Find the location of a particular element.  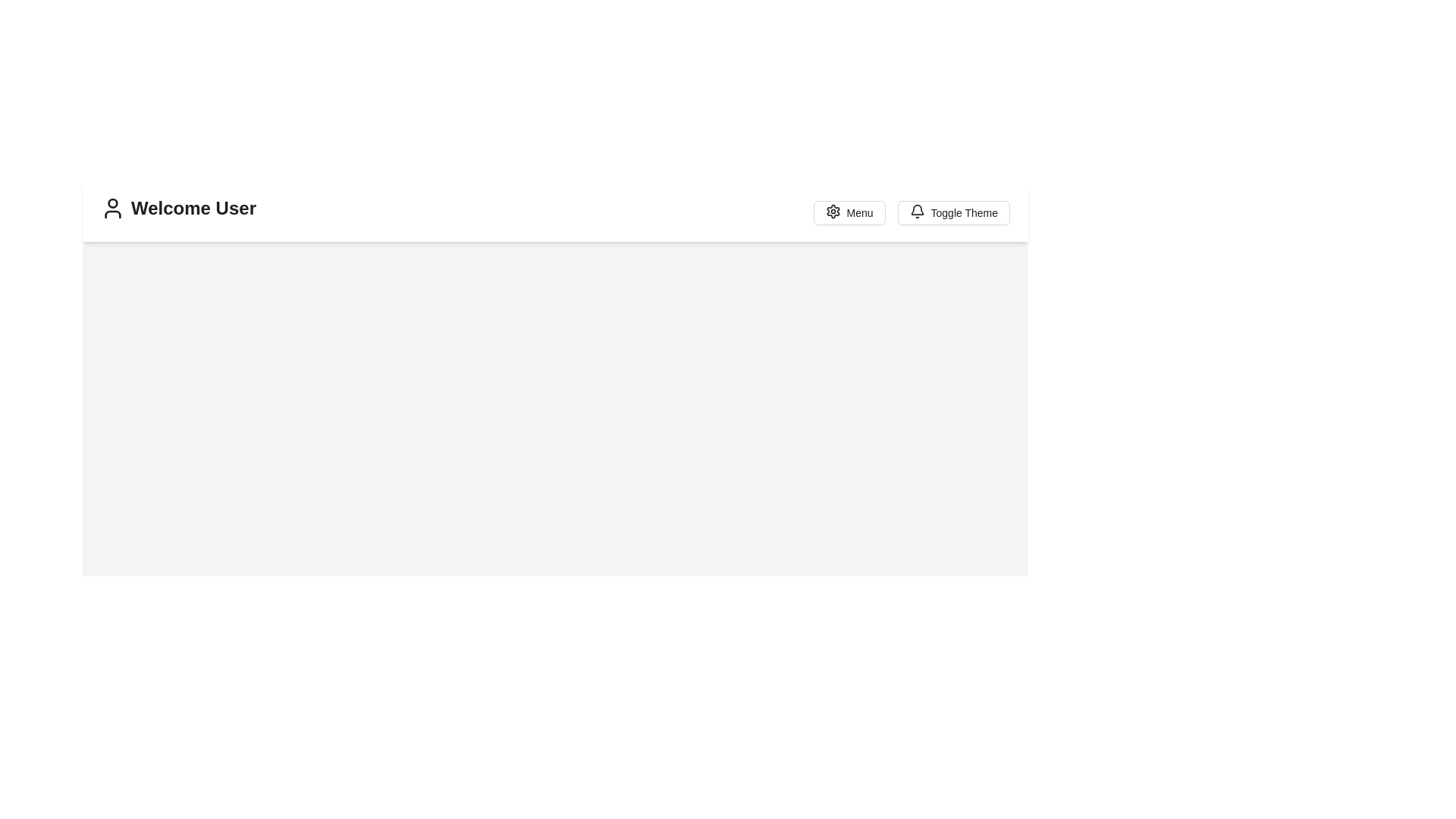

the button labeled 'Menu' with a gear icon on the left is located at coordinates (848, 213).